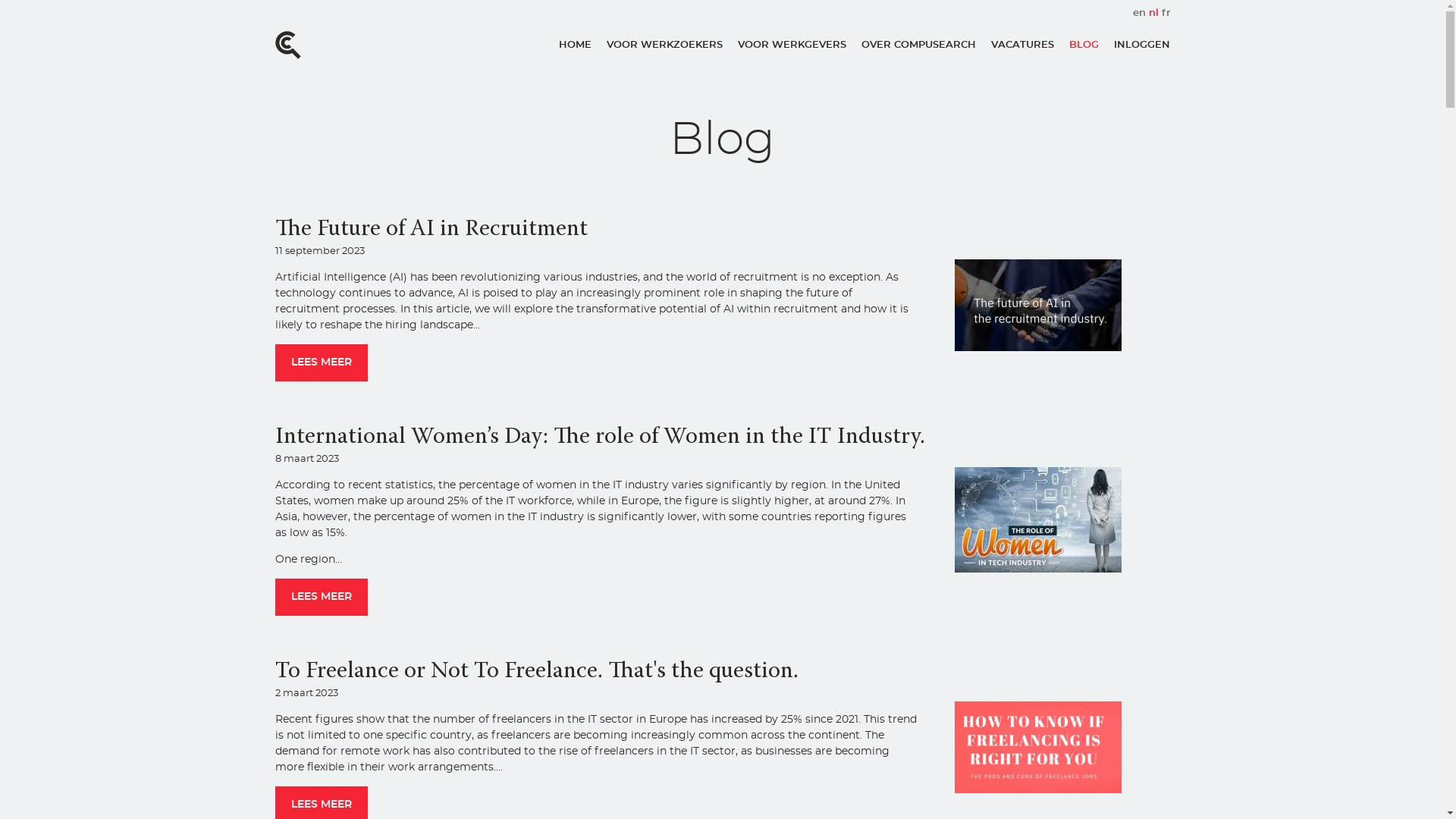 Image resolution: width=1456 pixels, height=819 pixels. What do you see at coordinates (1153, 12) in the screenshot?
I see `'nl'` at bounding box center [1153, 12].